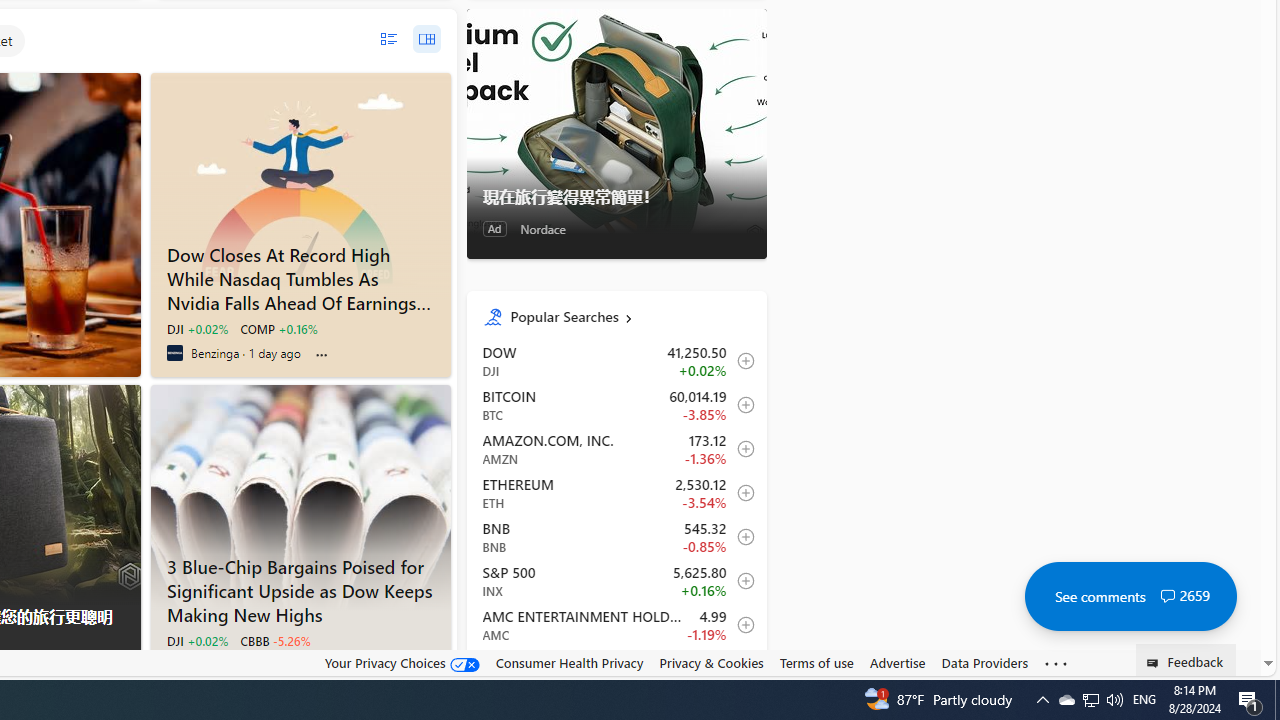 This screenshot has height=720, width=1280. Describe the element at coordinates (1130, 595) in the screenshot. I see `'See comments 2659'` at that location.